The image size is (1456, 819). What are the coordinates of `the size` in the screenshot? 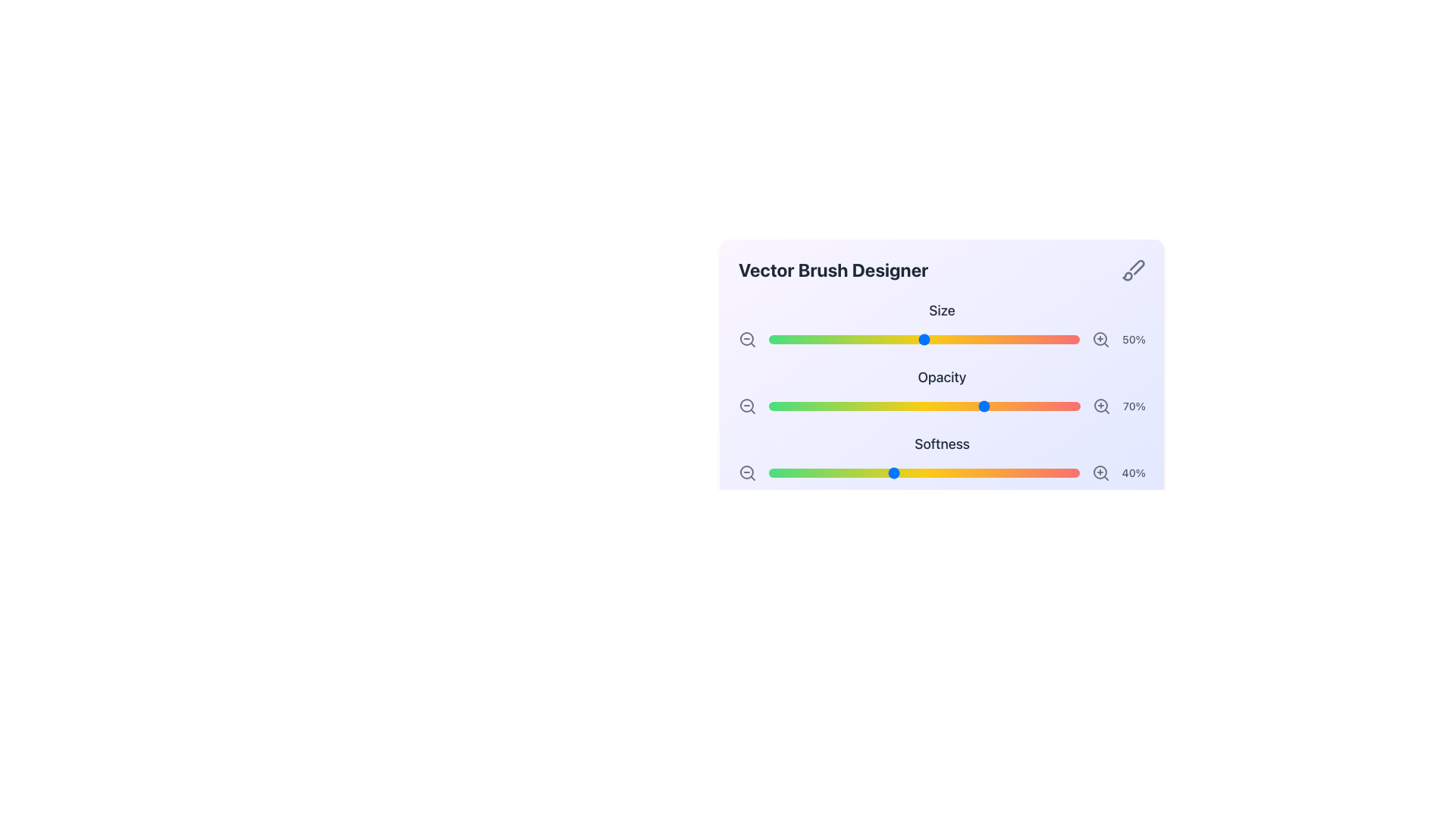 It's located at (1041, 338).